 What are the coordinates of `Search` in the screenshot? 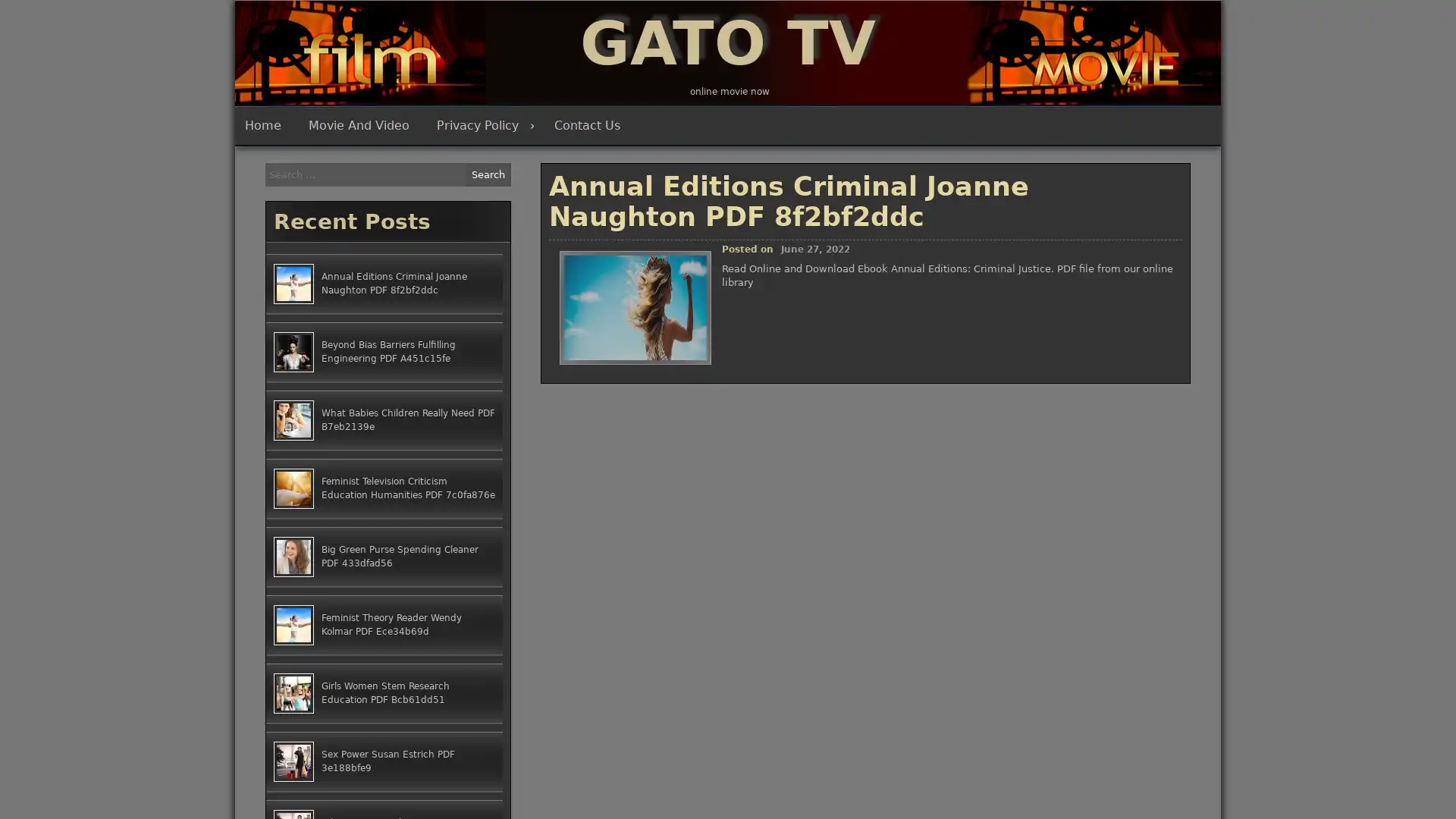 It's located at (488, 174).